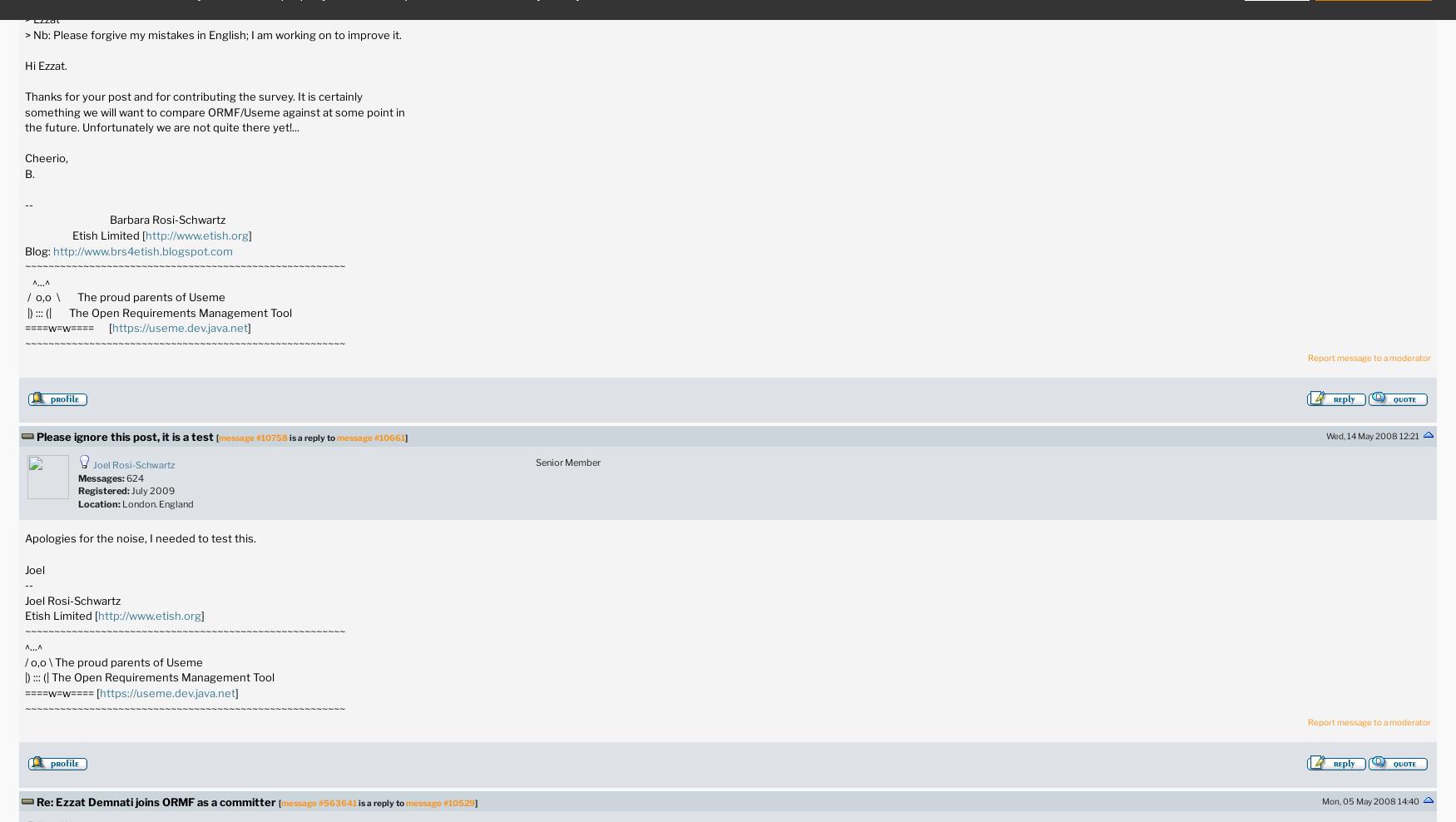 The width and height of the screenshot is (1456, 822). I want to click on '> Ezzat', so click(41, 18).